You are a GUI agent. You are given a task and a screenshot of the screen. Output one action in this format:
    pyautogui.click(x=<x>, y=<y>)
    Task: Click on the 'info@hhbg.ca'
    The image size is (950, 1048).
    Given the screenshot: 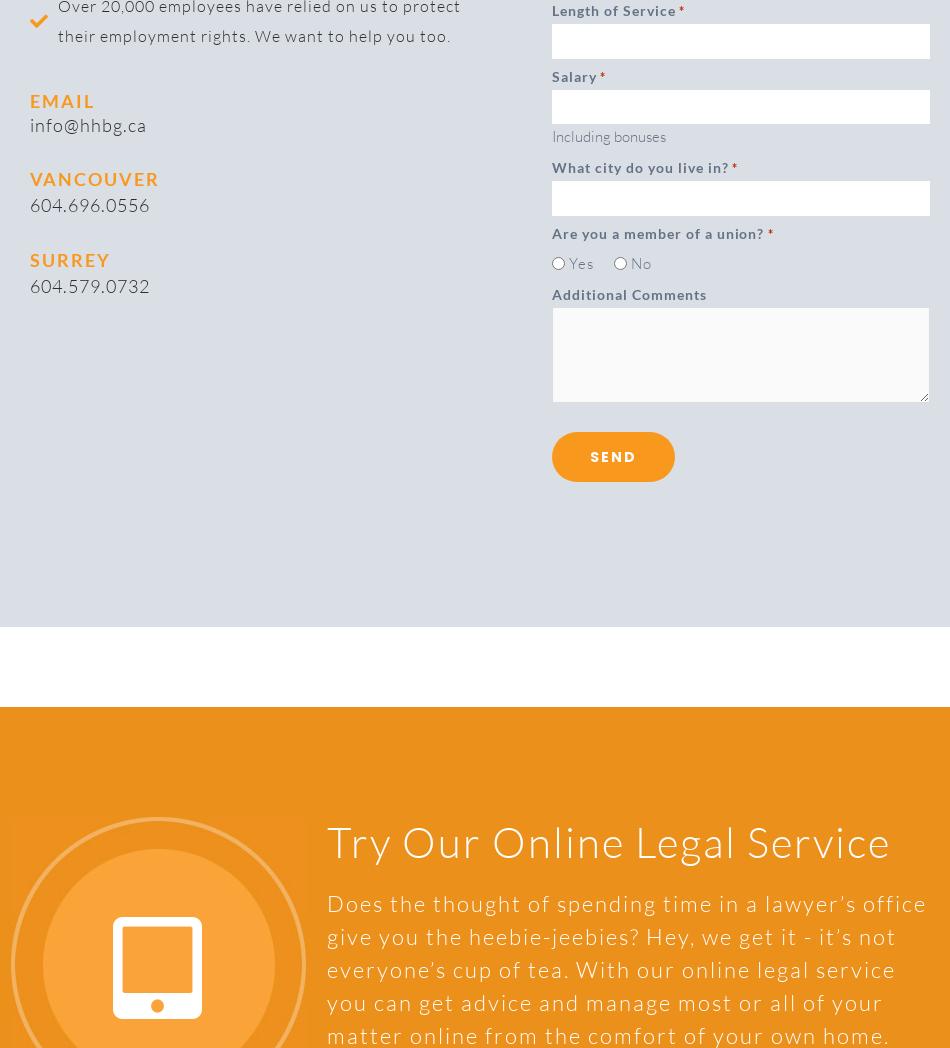 What is the action you would take?
    pyautogui.click(x=88, y=122)
    